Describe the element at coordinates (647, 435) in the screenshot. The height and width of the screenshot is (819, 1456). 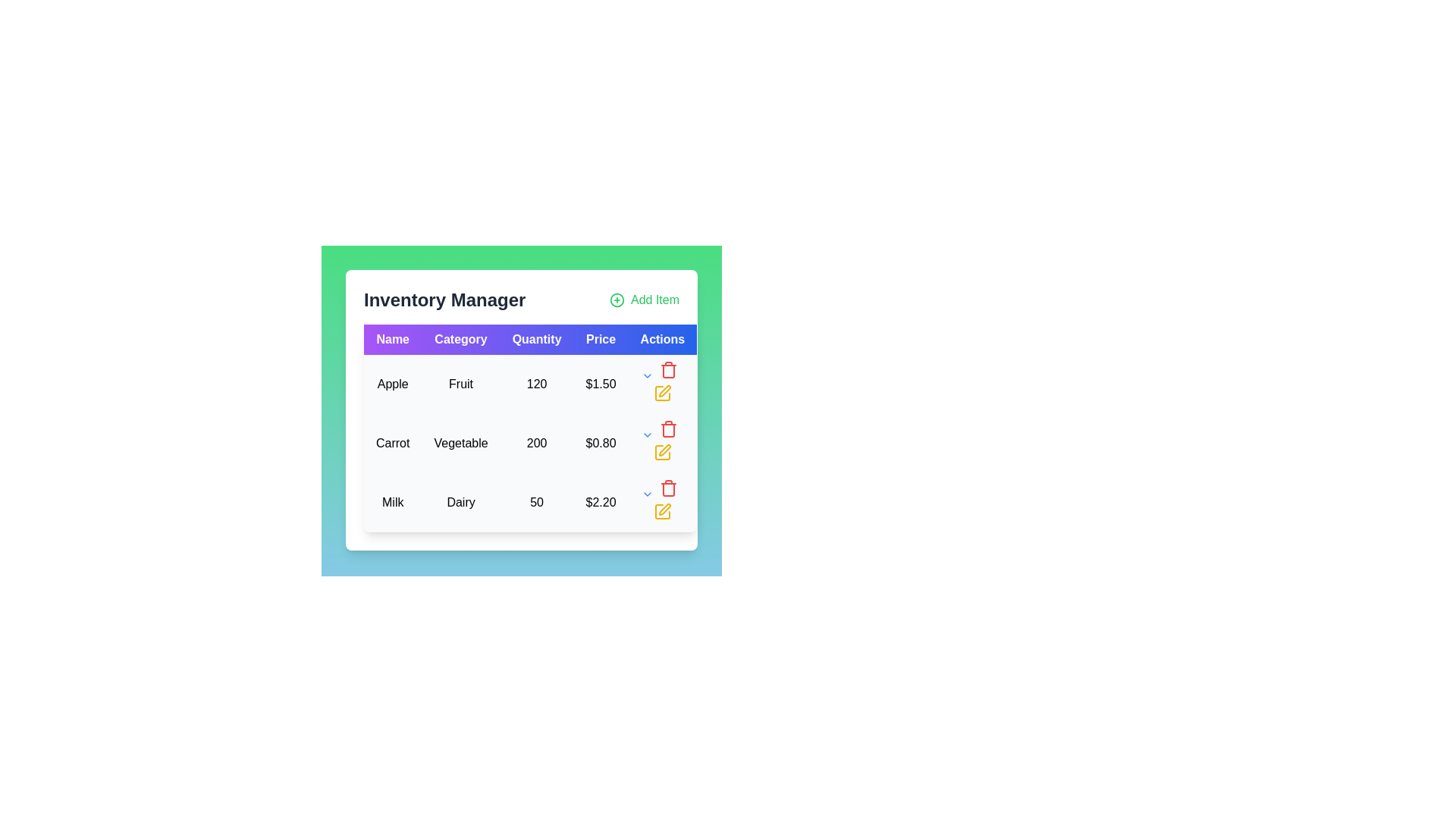
I see `the downward-facing blue arrow icon in the 'Actions' column of the second row in the table to change its color` at that location.